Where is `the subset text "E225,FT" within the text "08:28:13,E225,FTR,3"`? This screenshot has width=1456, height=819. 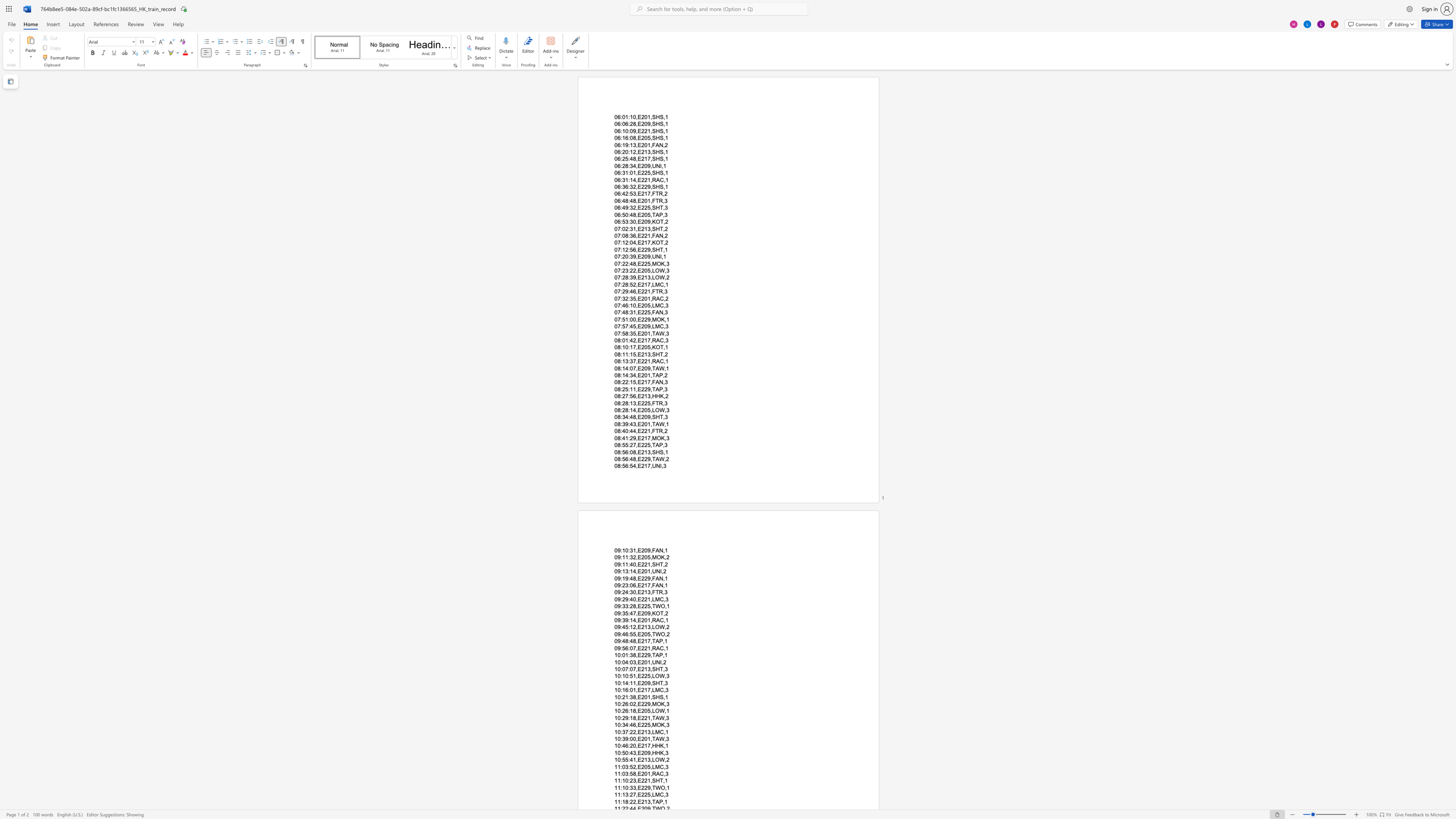
the subset text "E225,FT" within the text "08:28:13,E225,FTR,3" is located at coordinates (637, 402).